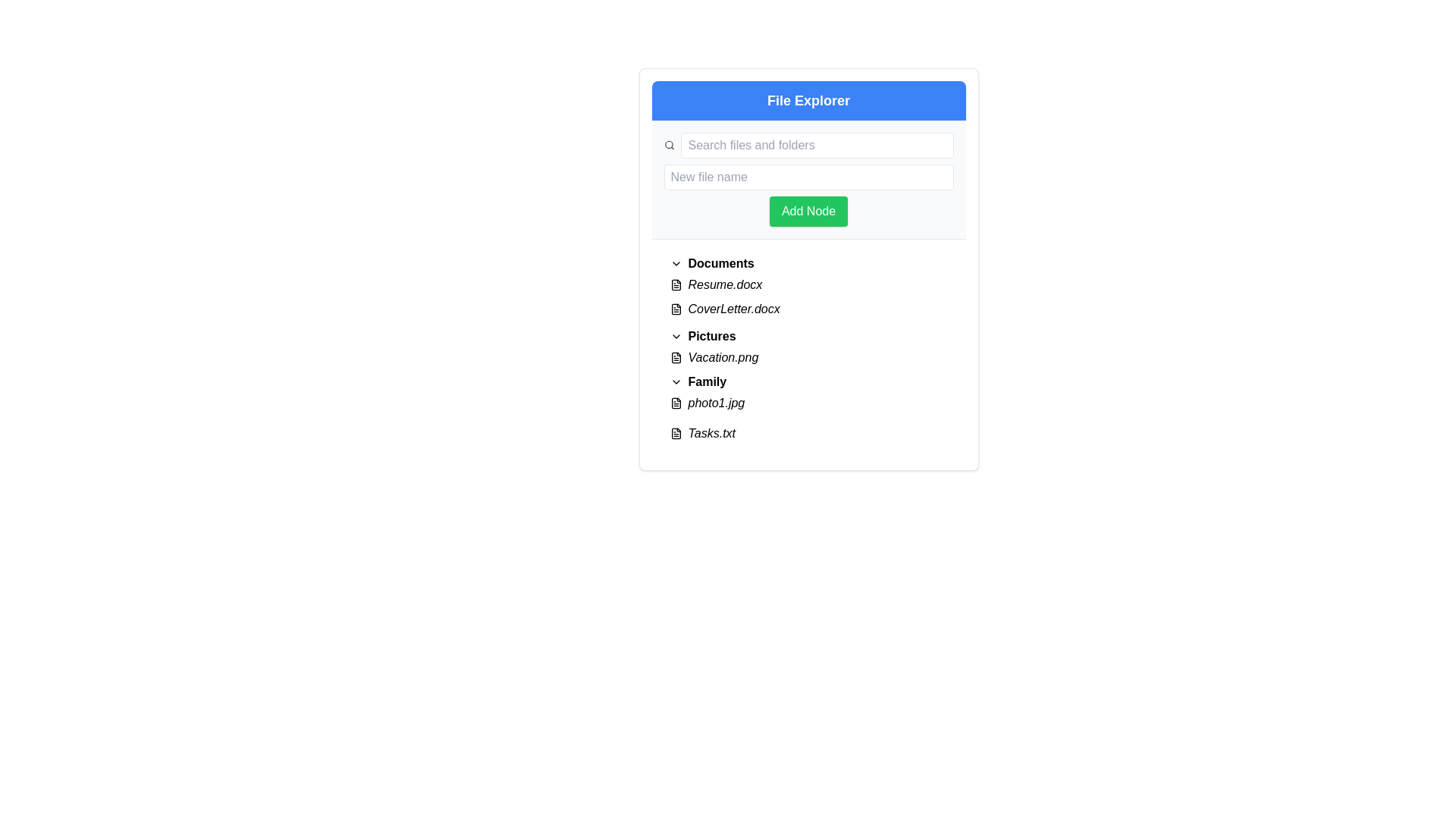 This screenshot has height=819, width=1456. I want to click on the Header or Title Bar which has a blue background, rounded top corners, and displays the text 'File Explorer' in white, bold font, so click(808, 100).